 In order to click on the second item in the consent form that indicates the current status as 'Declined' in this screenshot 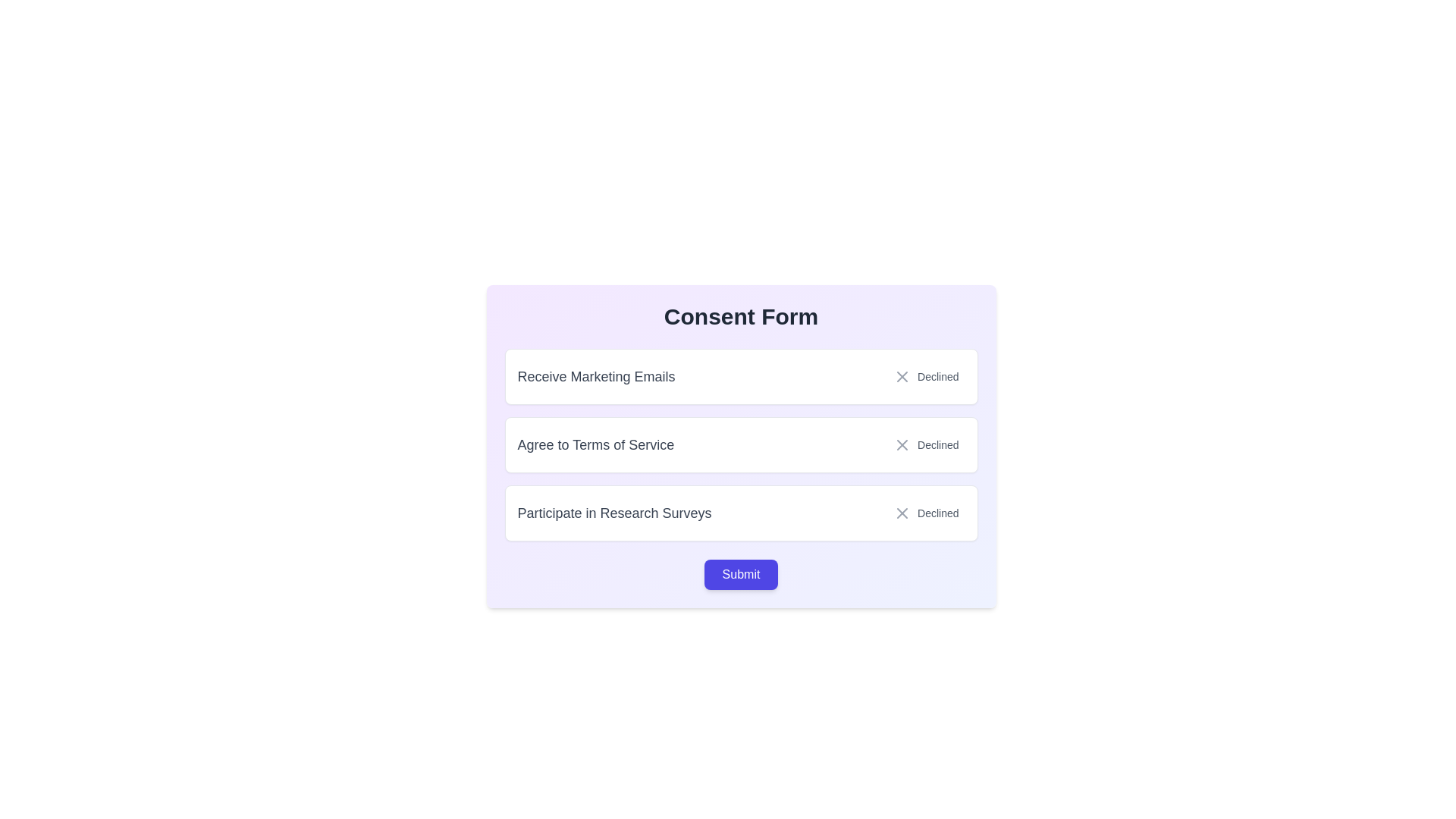, I will do `click(741, 444)`.